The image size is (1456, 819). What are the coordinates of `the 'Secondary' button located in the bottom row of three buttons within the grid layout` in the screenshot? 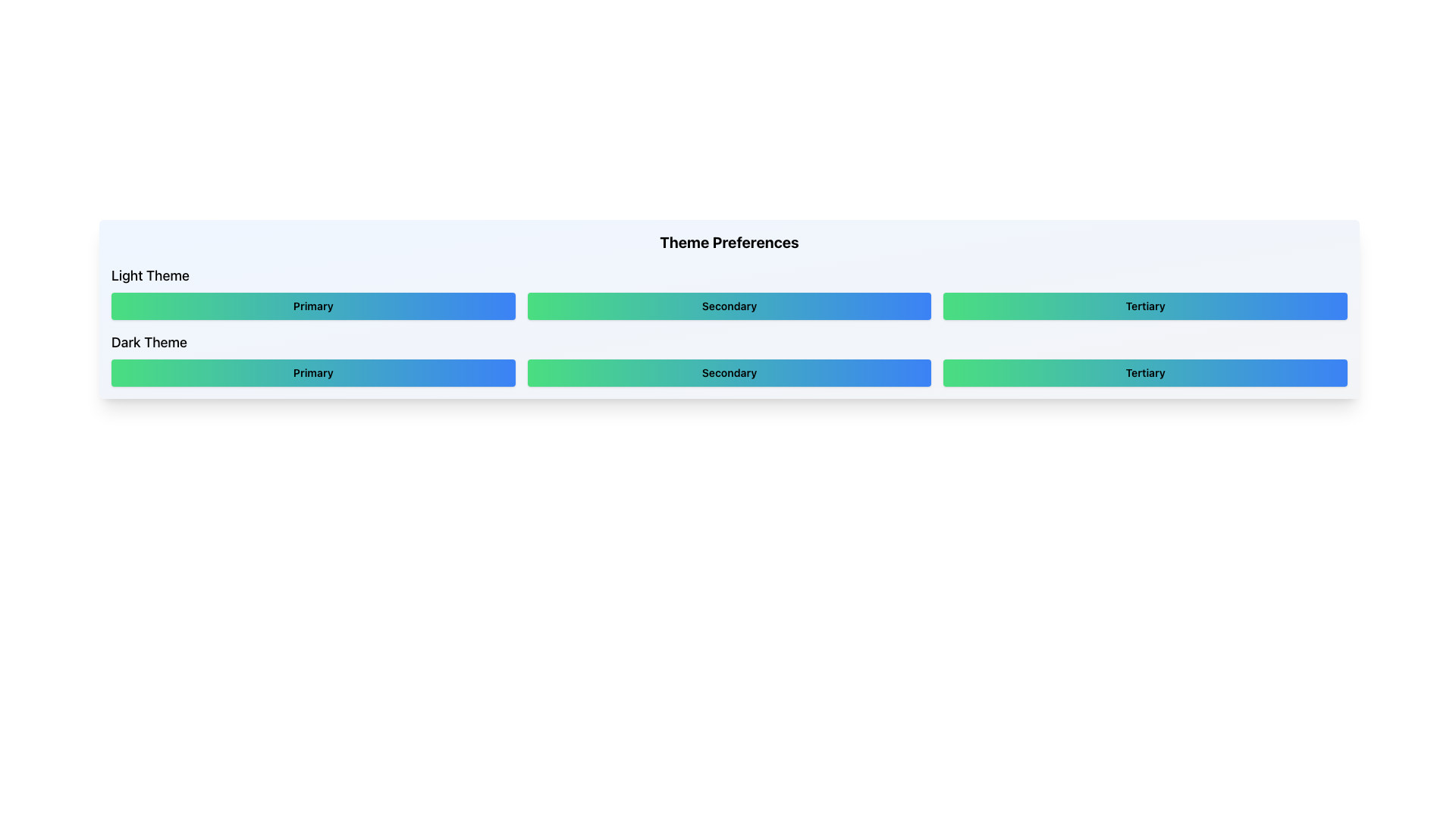 It's located at (729, 373).